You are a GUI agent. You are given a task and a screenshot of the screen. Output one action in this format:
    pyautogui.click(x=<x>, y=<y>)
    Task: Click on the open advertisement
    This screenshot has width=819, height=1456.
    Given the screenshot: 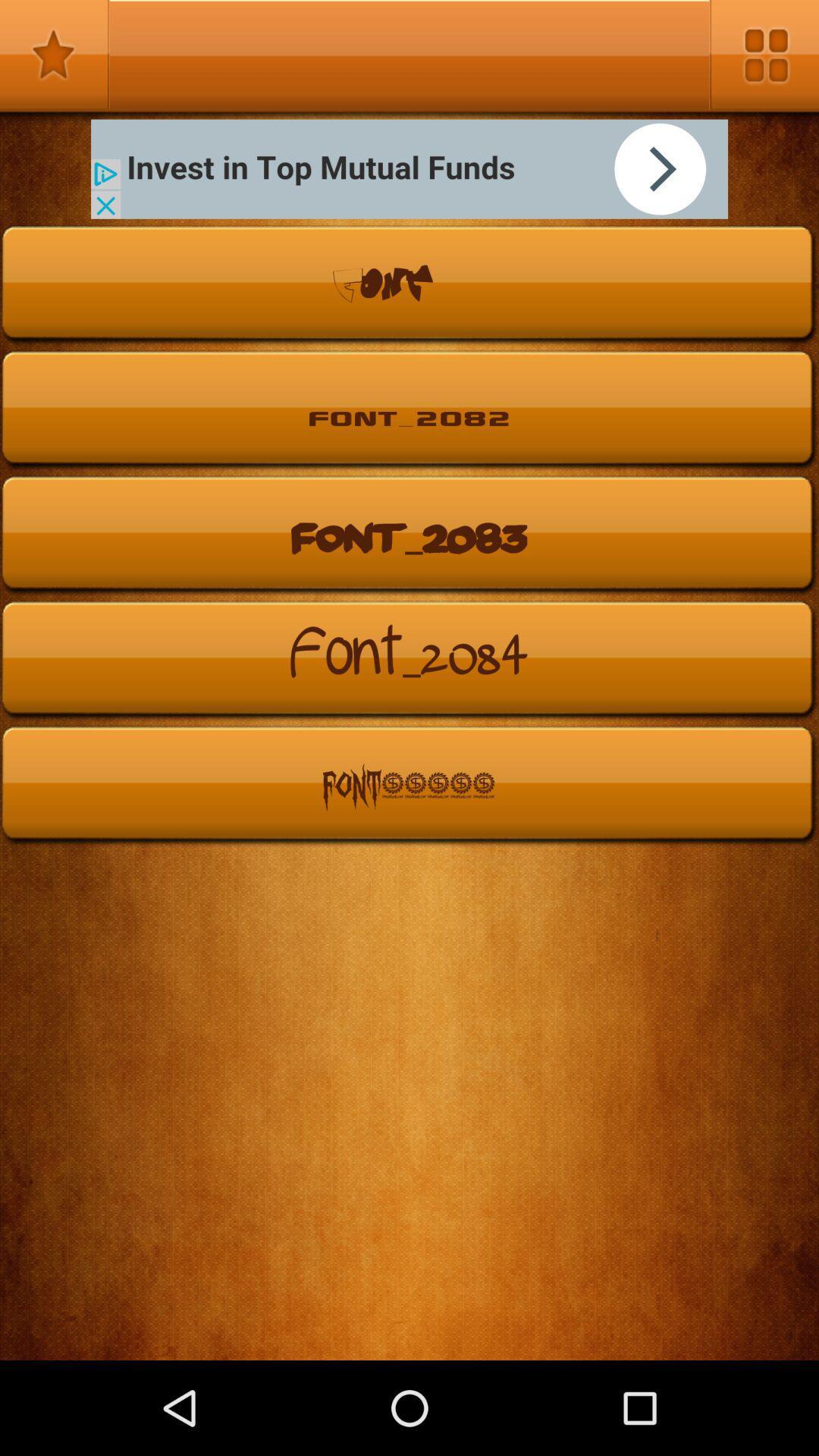 What is the action you would take?
    pyautogui.click(x=409, y=169)
    